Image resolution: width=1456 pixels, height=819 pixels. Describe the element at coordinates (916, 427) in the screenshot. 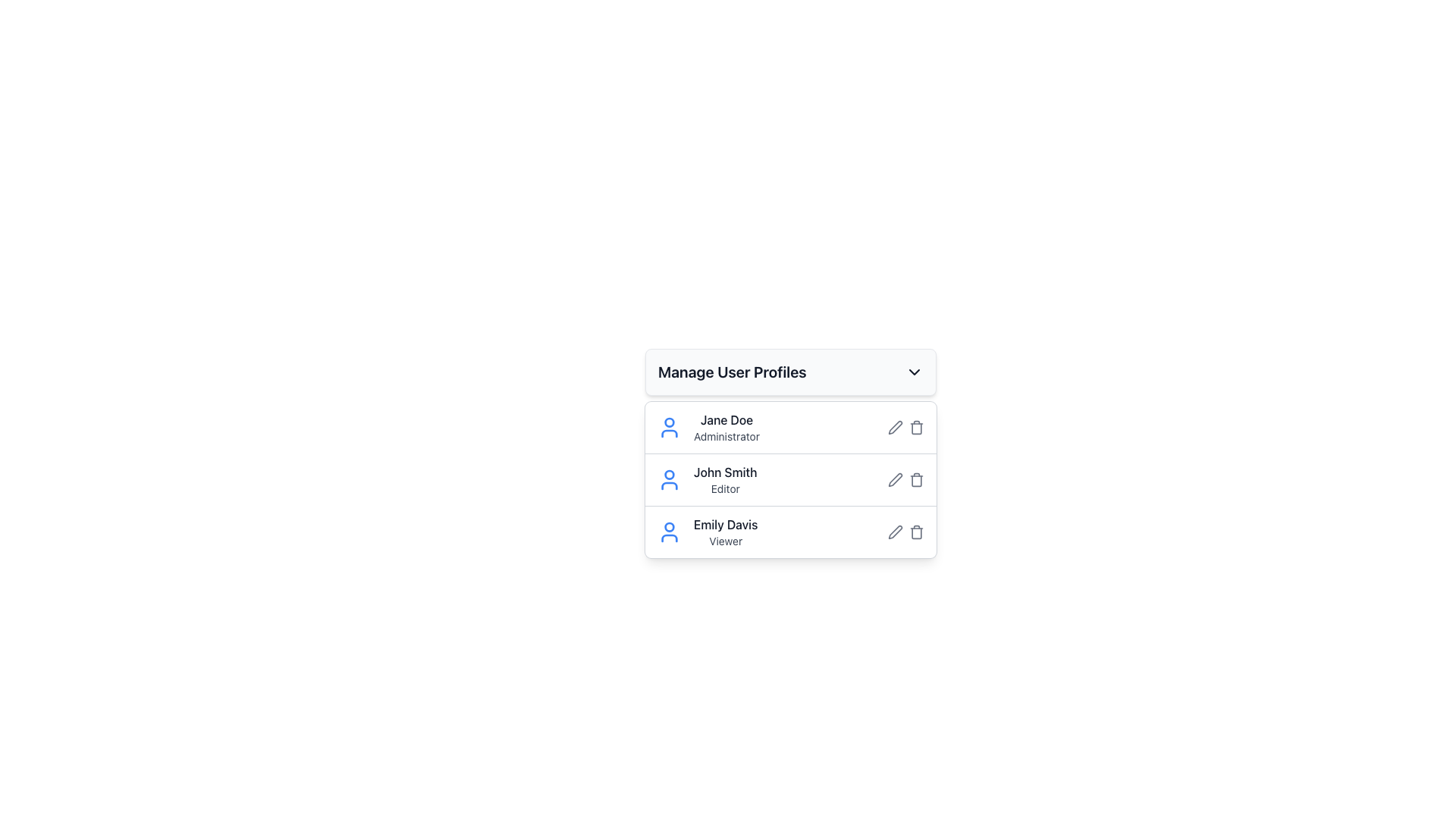

I see `the trash can icon in the top-right corner of the row containing 'Jane Doe' and 'Administrator'` at that location.